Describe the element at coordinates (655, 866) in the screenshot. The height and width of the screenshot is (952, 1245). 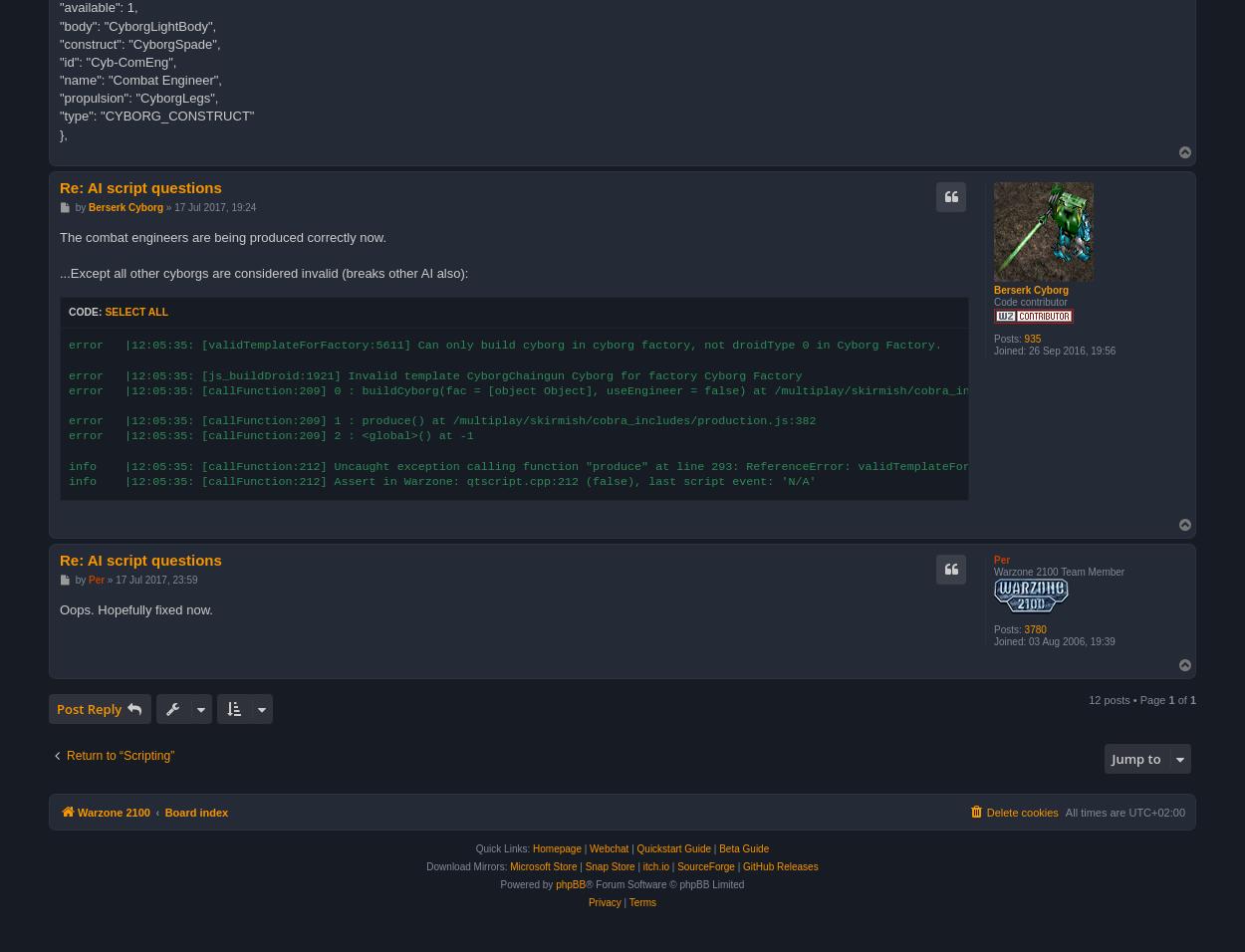
I see `'itch.io'` at that location.